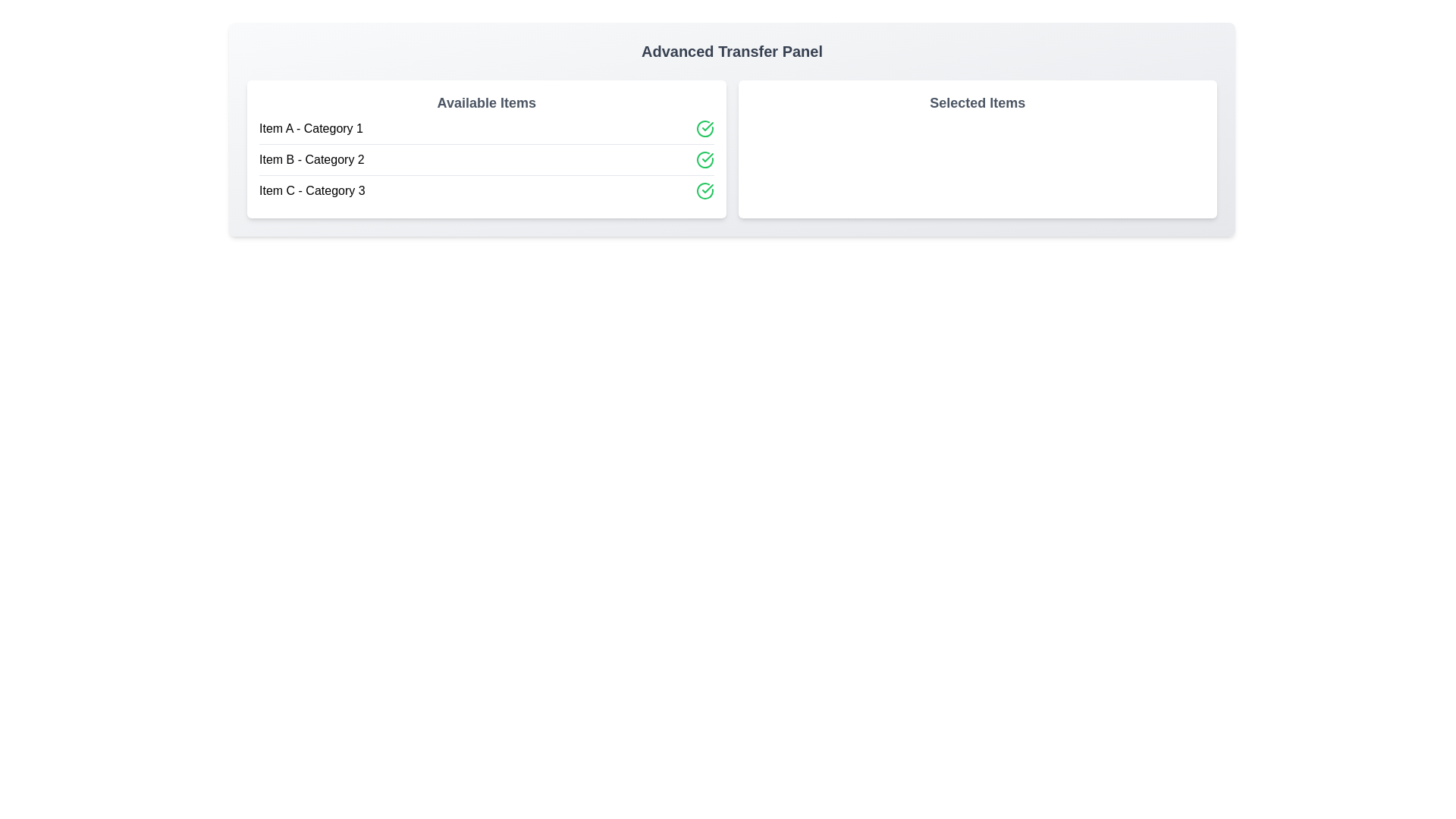 The width and height of the screenshot is (1456, 819). What do you see at coordinates (706, 188) in the screenshot?
I see `the checkmark icon in the rightmost column of the 'Available Items' list, specifically related to 'Item C - Category 3', to interact with it` at bounding box center [706, 188].